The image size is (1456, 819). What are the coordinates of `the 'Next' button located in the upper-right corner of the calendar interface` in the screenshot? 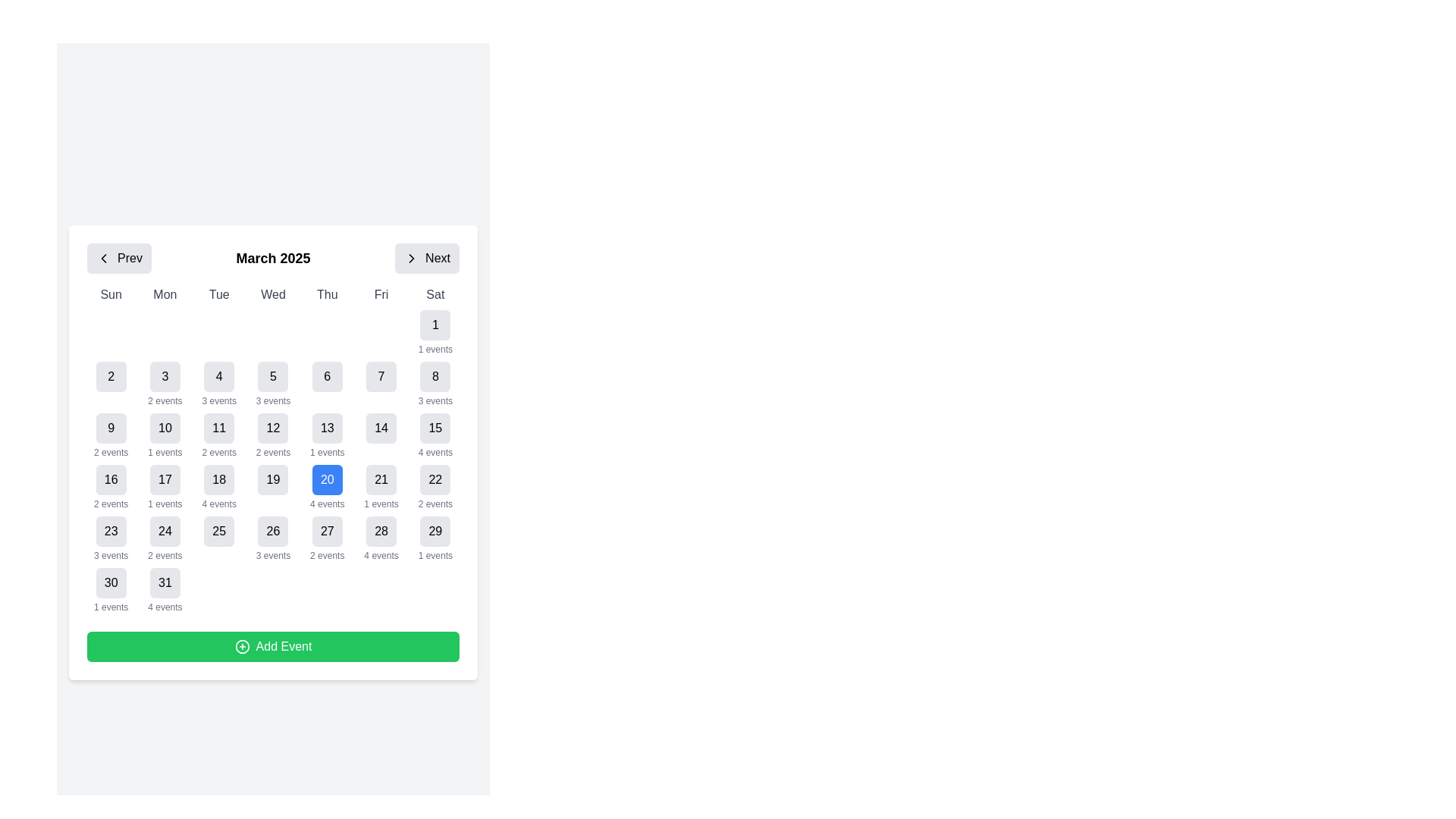 It's located at (426, 257).